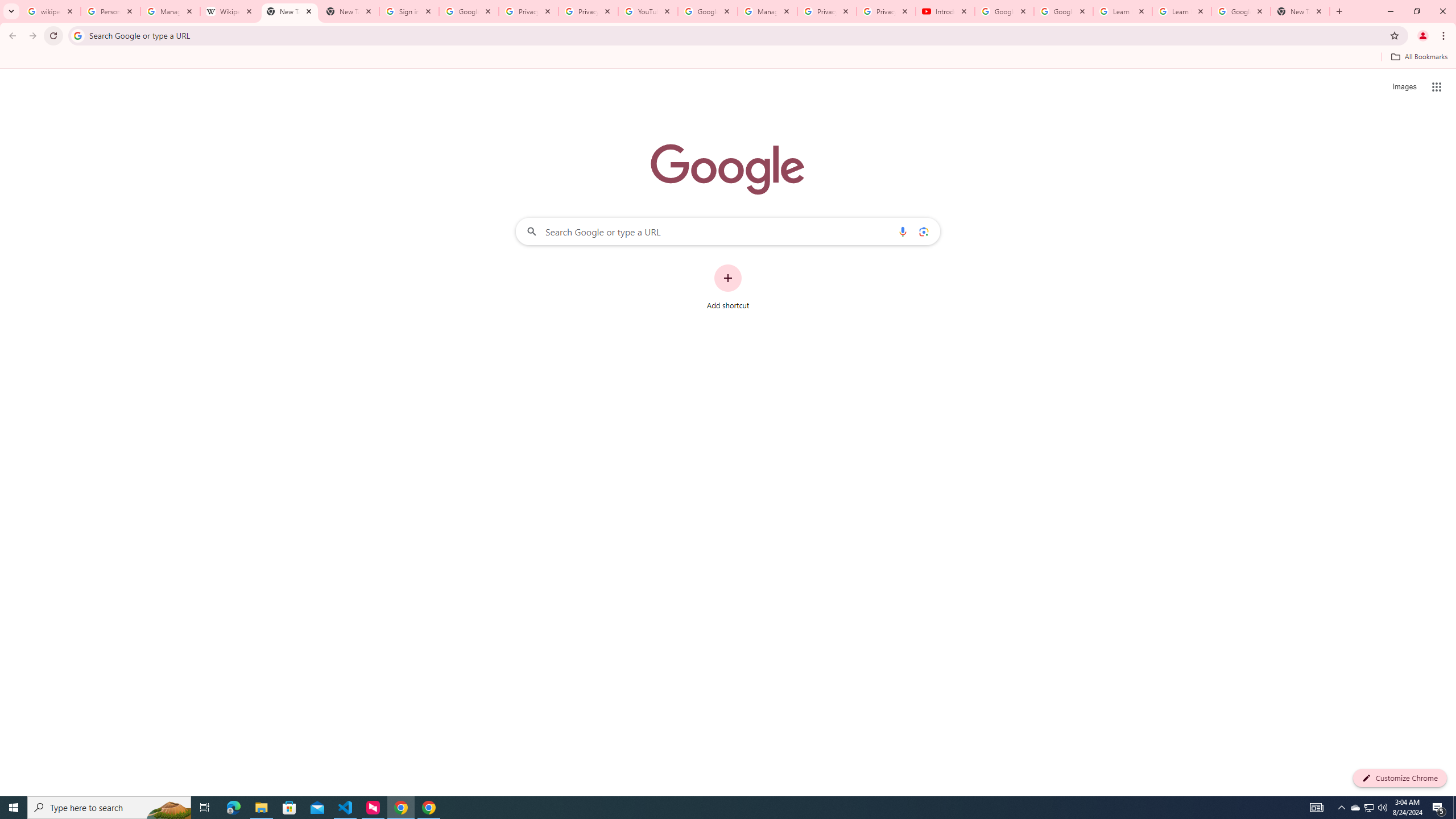 This screenshot has width=1456, height=819. I want to click on 'Google Drive: Sign-in', so click(468, 11).